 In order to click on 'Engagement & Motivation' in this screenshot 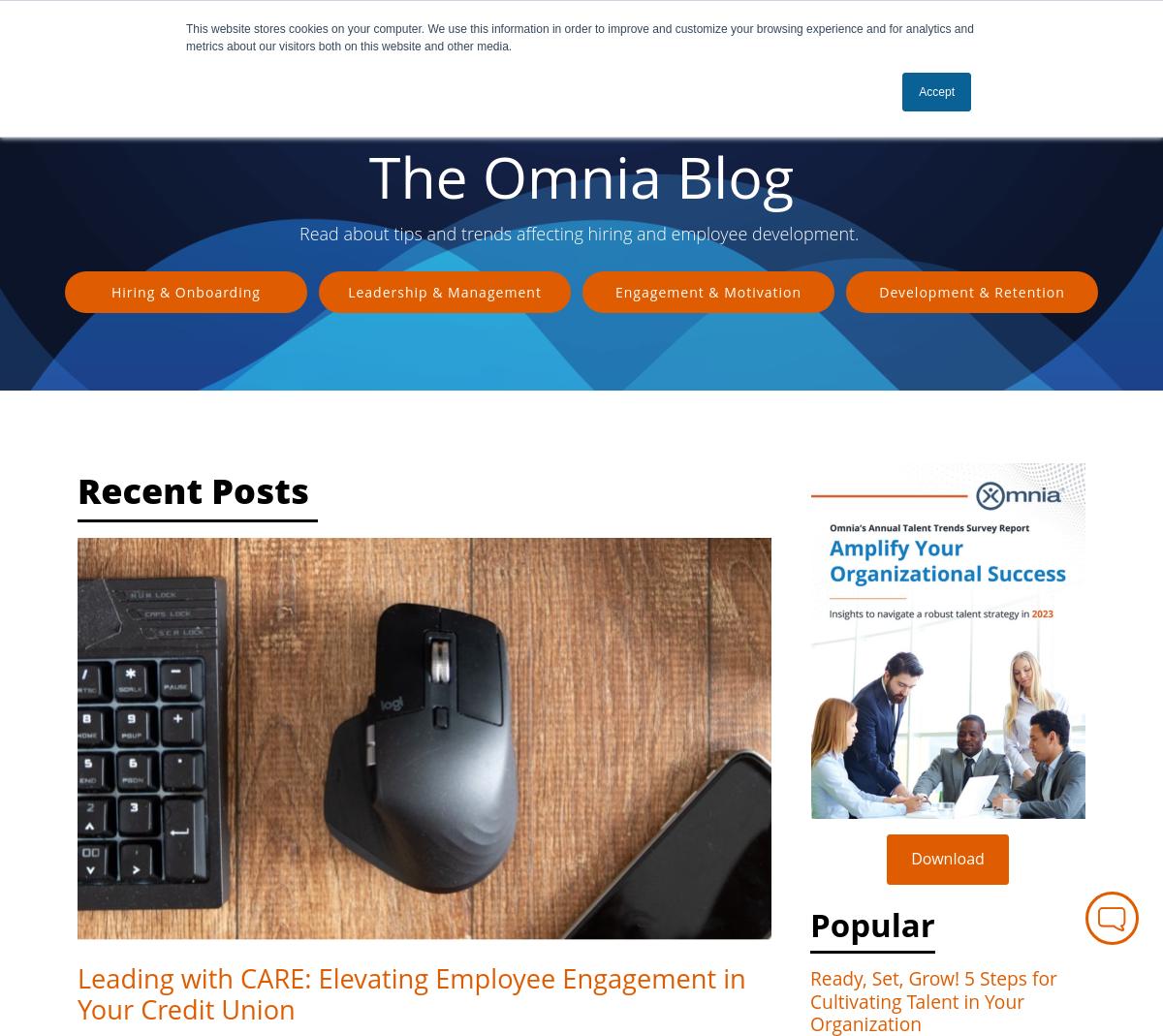, I will do `click(707, 290)`.